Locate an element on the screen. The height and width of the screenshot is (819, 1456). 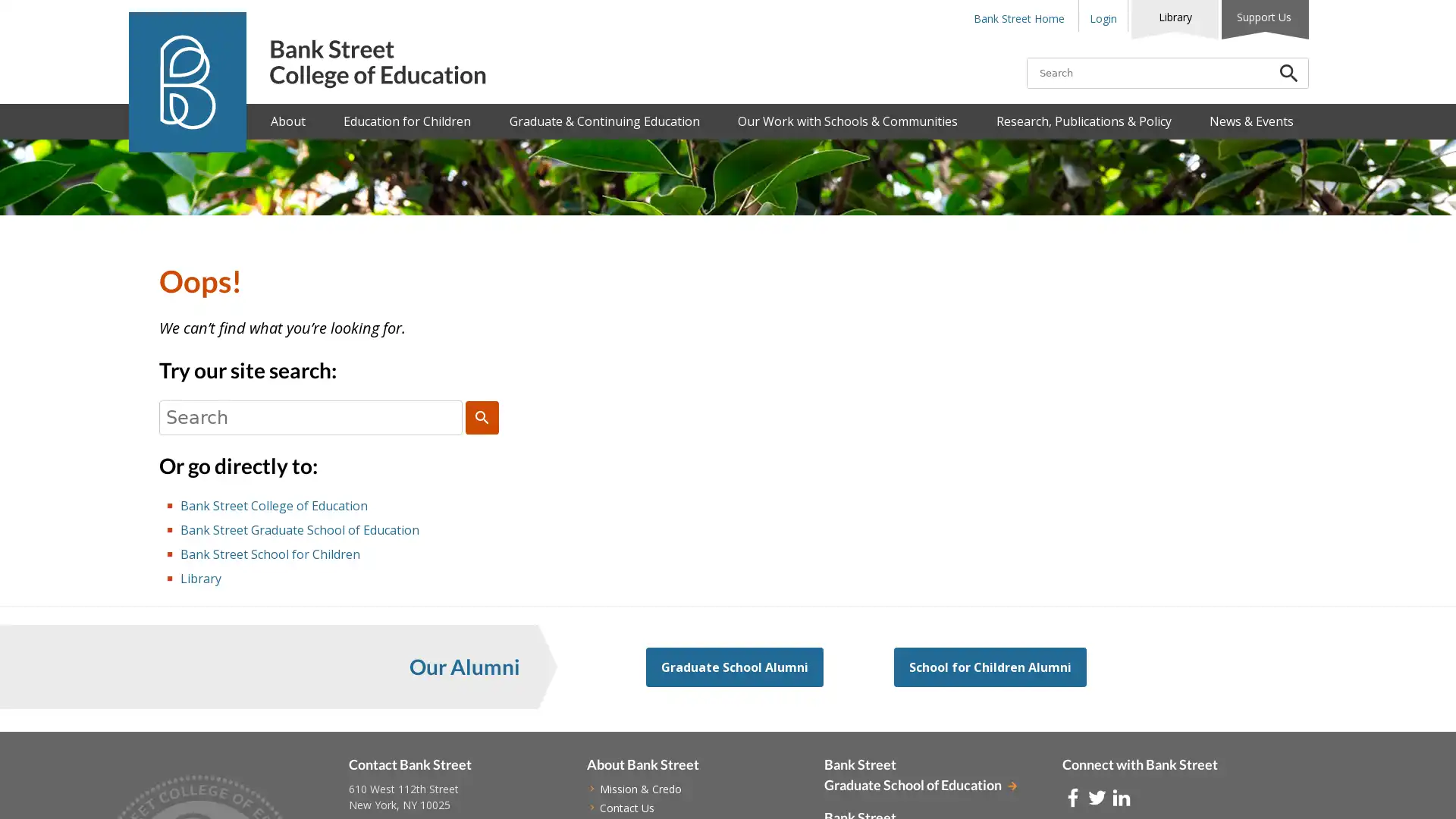
About is located at coordinates (287, 121).